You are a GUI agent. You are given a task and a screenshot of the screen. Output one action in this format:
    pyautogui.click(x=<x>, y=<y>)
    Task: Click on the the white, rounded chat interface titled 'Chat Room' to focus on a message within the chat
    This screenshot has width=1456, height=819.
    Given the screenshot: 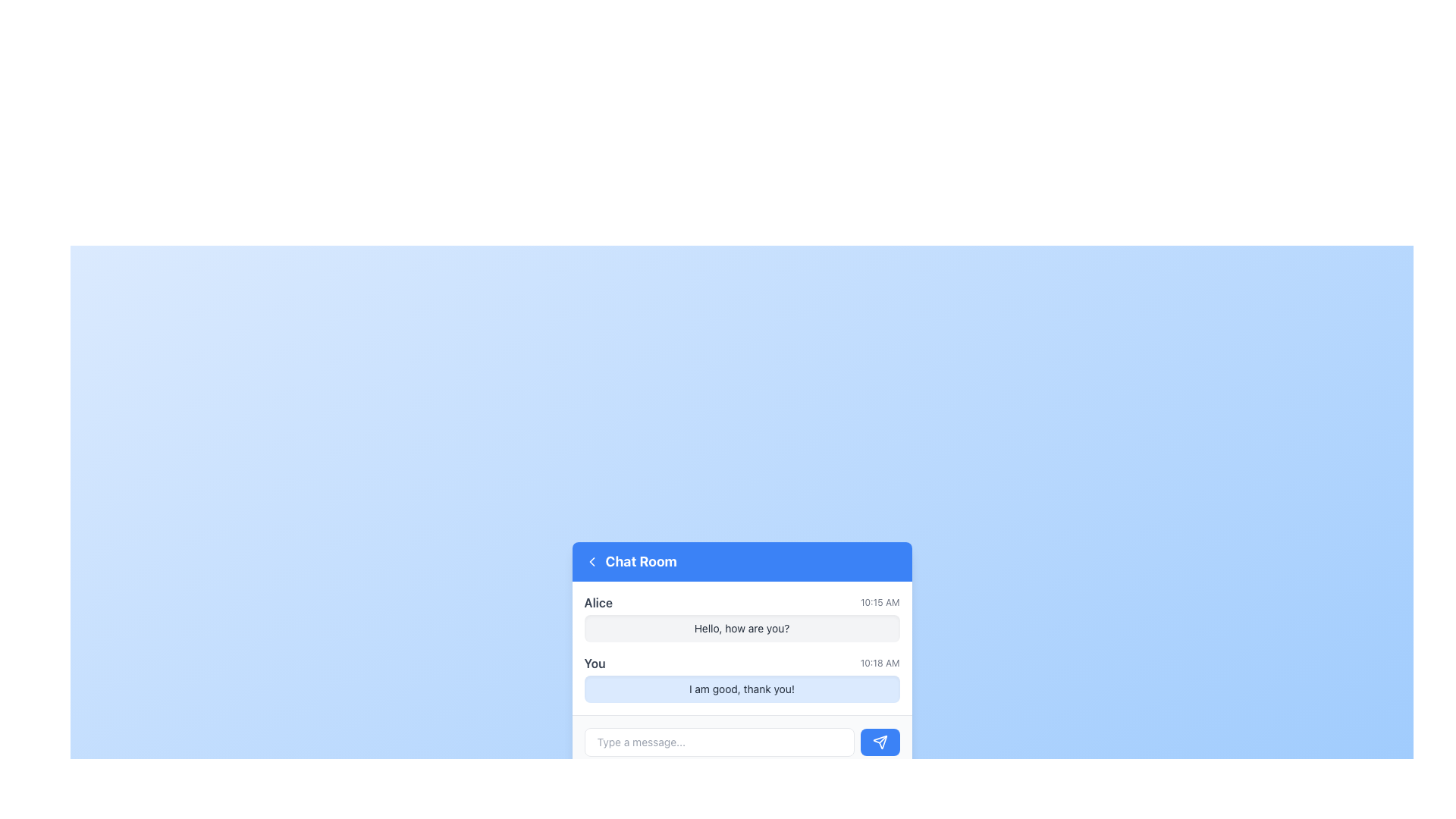 What is the action you would take?
    pyautogui.click(x=742, y=654)
    